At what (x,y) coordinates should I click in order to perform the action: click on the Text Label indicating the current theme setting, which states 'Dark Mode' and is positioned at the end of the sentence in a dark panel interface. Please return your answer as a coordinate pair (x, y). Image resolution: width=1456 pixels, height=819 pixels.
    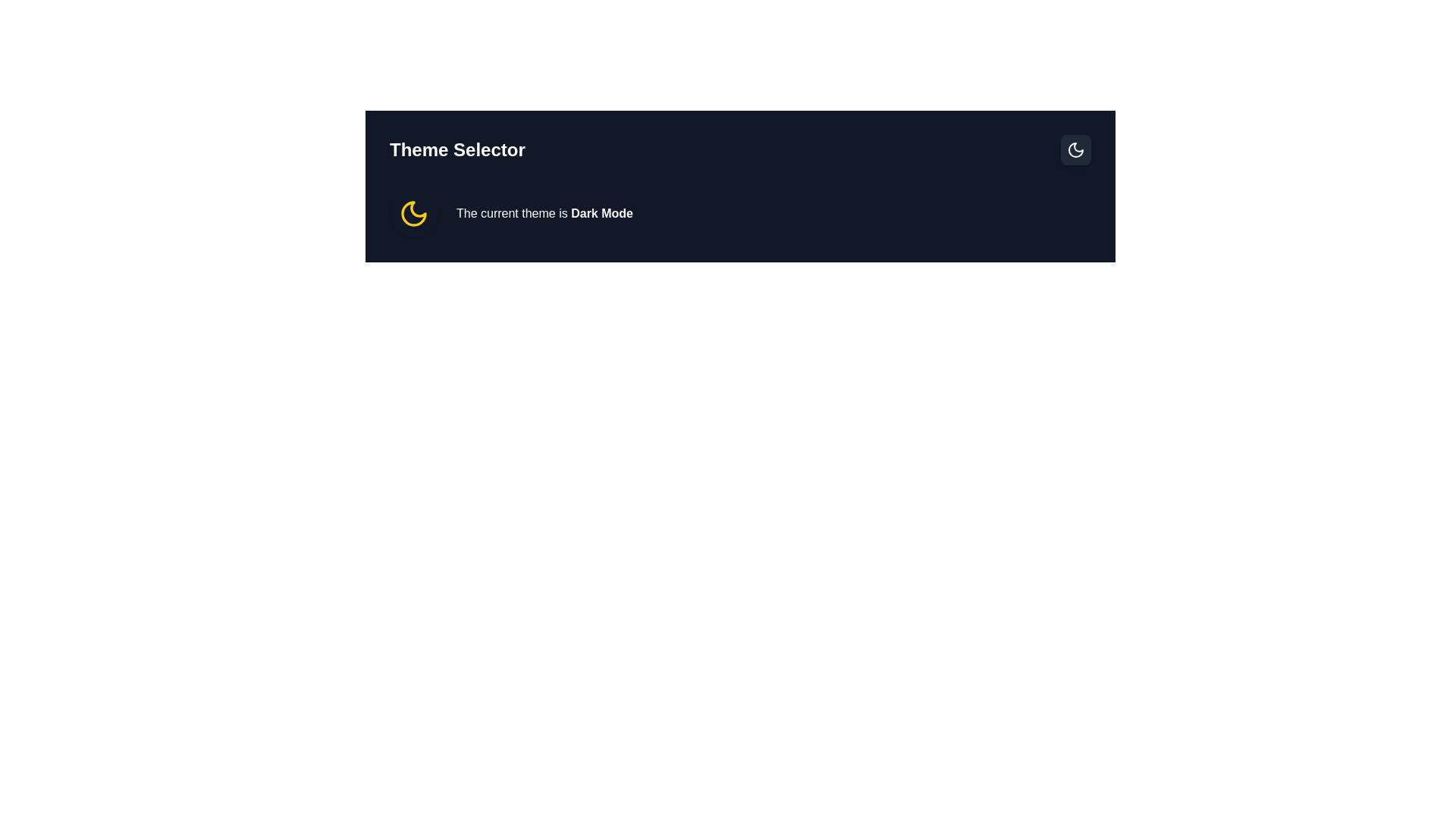
    Looking at the image, I should click on (601, 213).